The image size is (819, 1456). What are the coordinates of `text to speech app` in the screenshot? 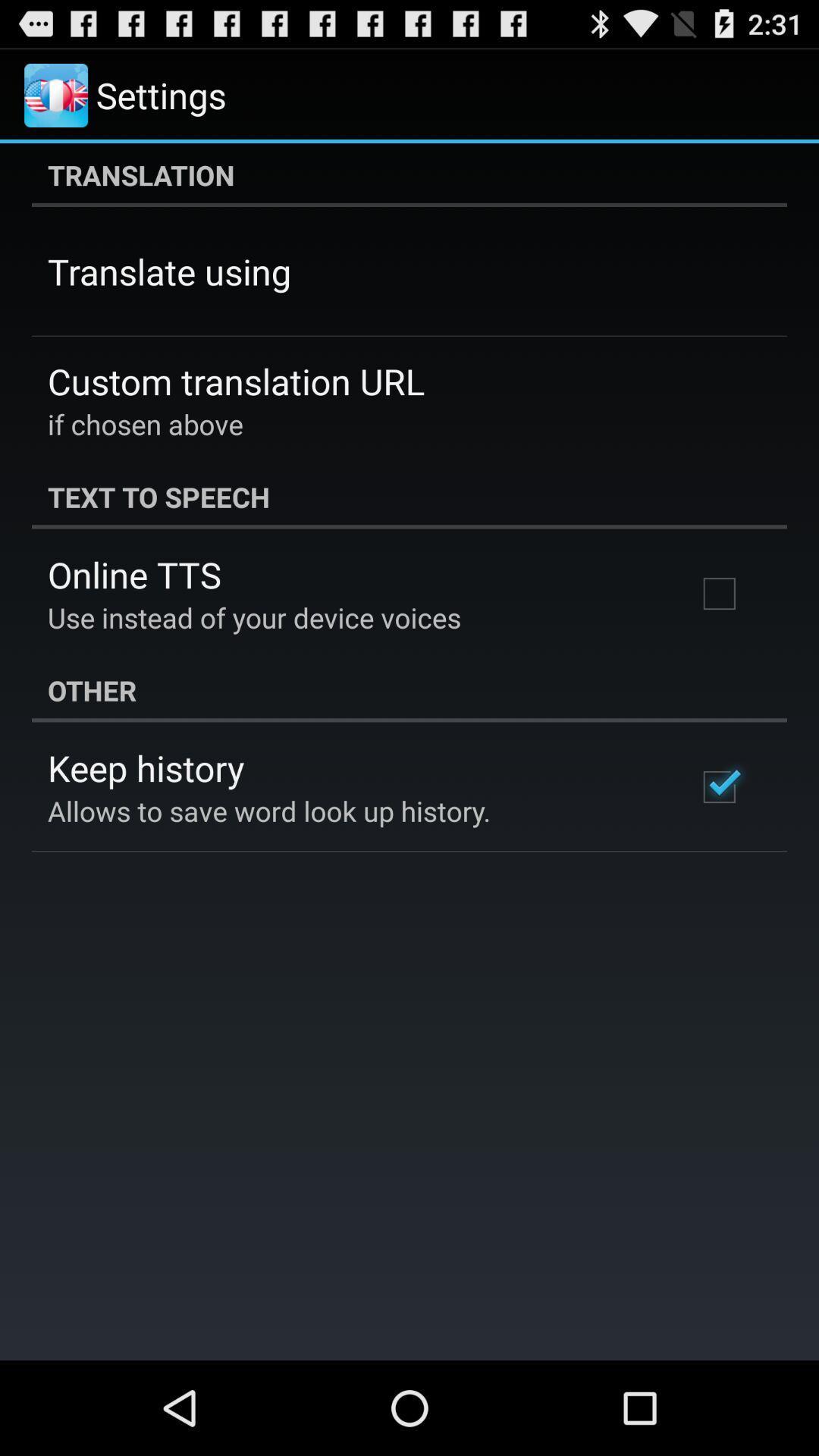 It's located at (409, 497).